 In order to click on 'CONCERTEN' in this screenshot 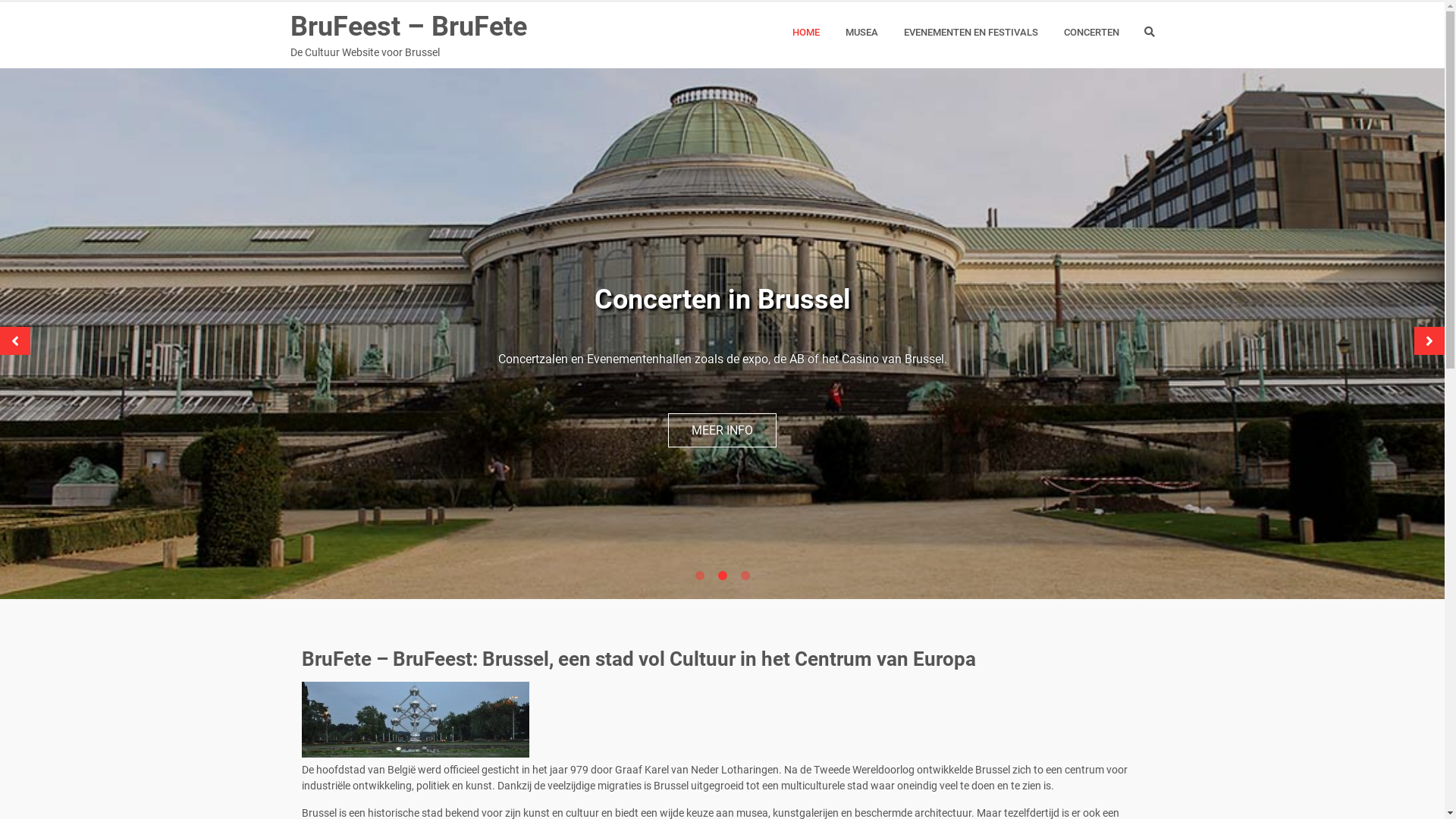, I will do `click(1090, 32)`.